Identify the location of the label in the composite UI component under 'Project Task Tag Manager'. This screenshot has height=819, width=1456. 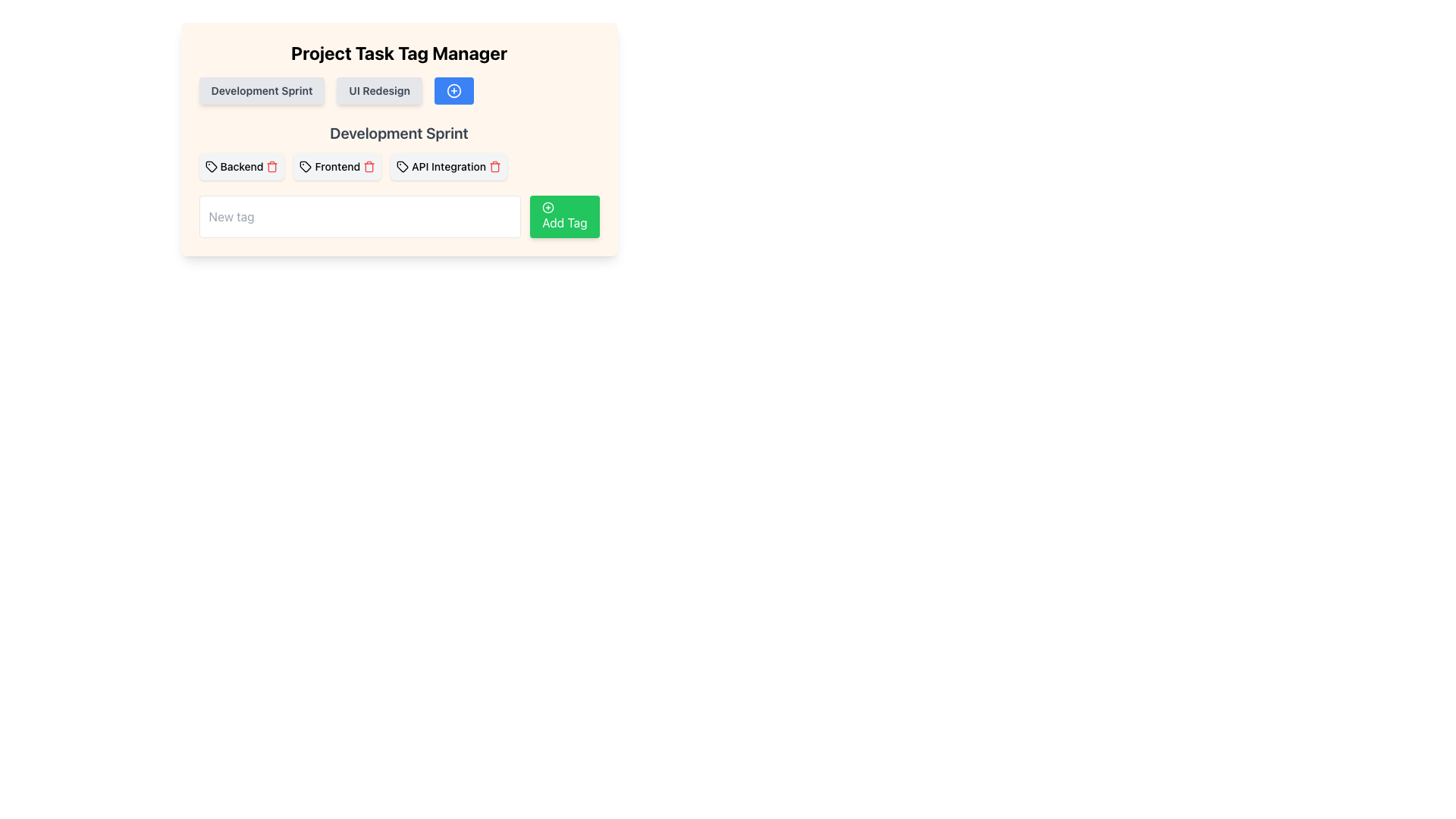
(399, 90).